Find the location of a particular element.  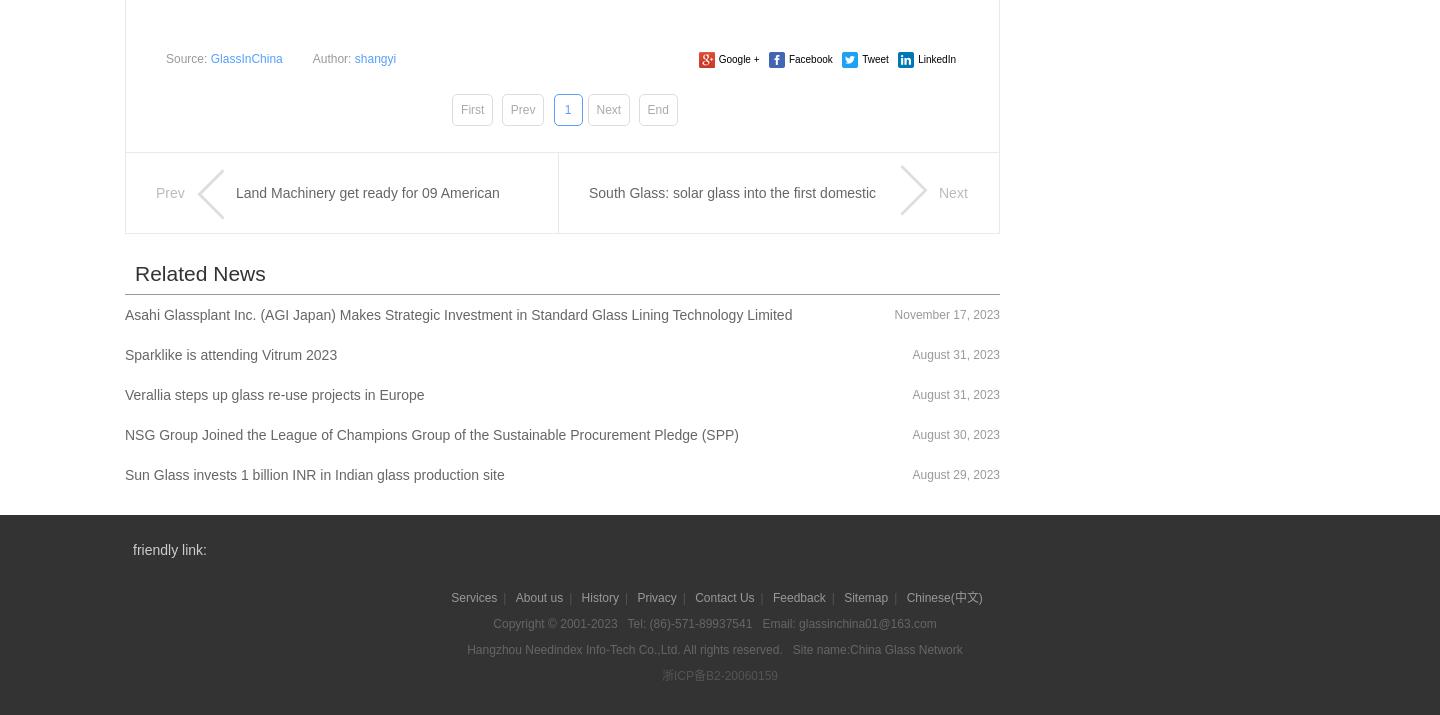

'Google +' is located at coordinates (717, 58).